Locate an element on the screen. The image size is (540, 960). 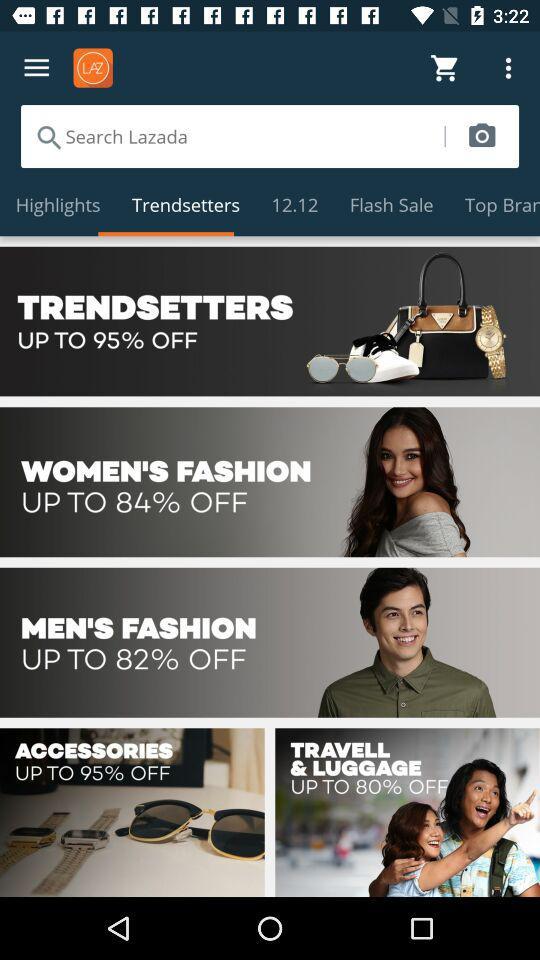
click option is located at coordinates (270, 641).